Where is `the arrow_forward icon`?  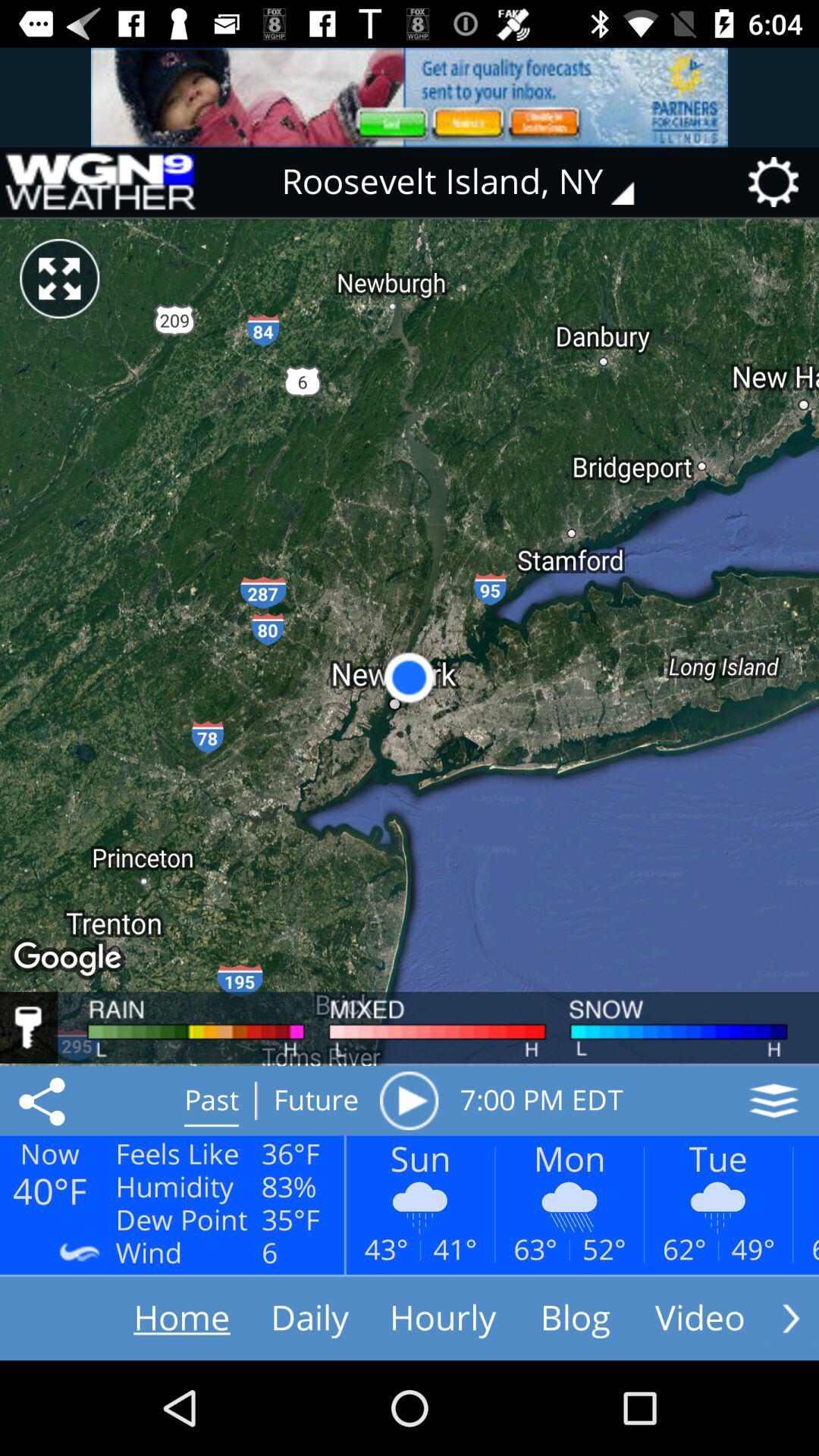
the arrow_forward icon is located at coordinates (790, 1317).